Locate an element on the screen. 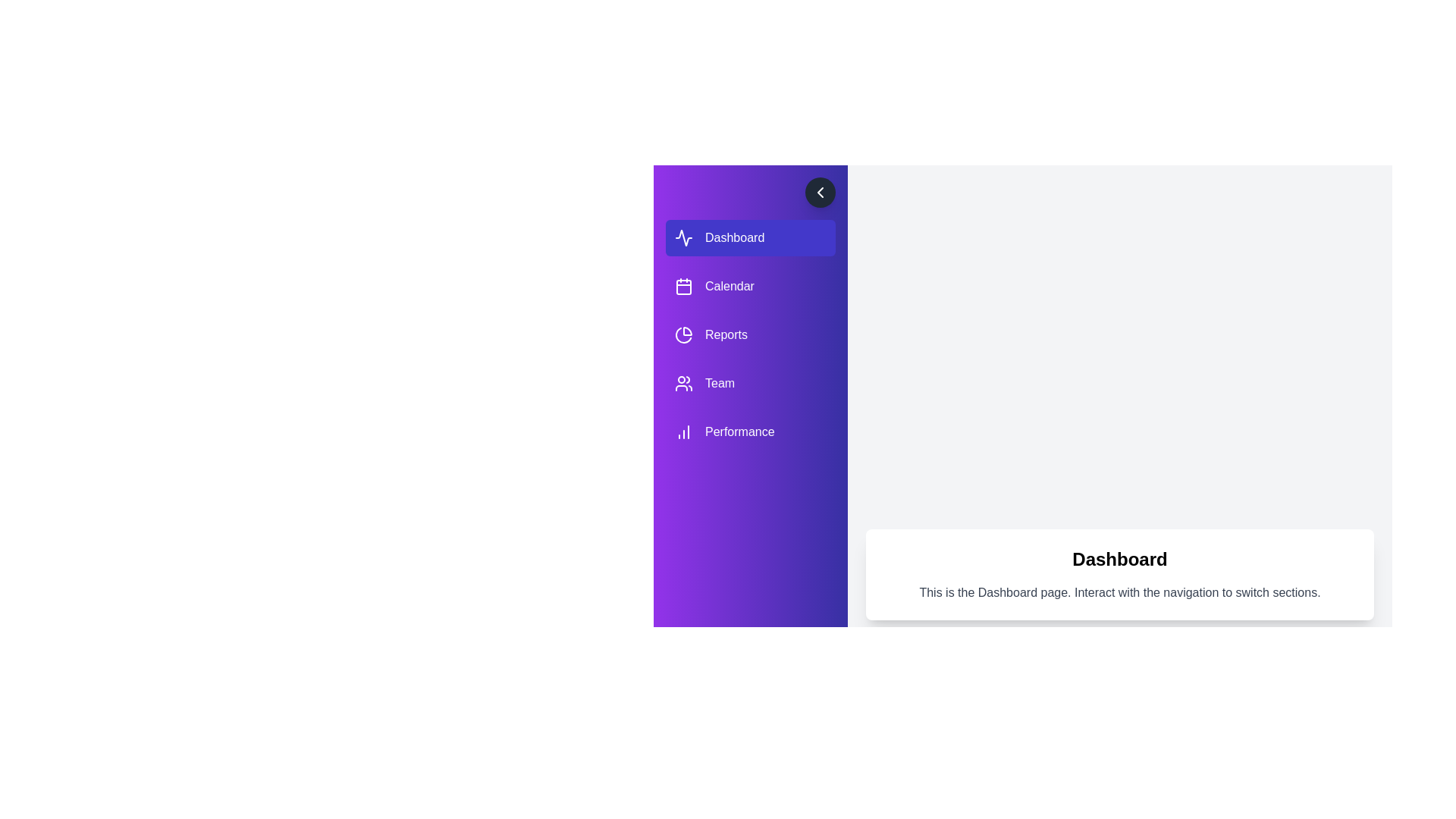  the navigation item labeled Dashboard is located at coordinates (750, 237).